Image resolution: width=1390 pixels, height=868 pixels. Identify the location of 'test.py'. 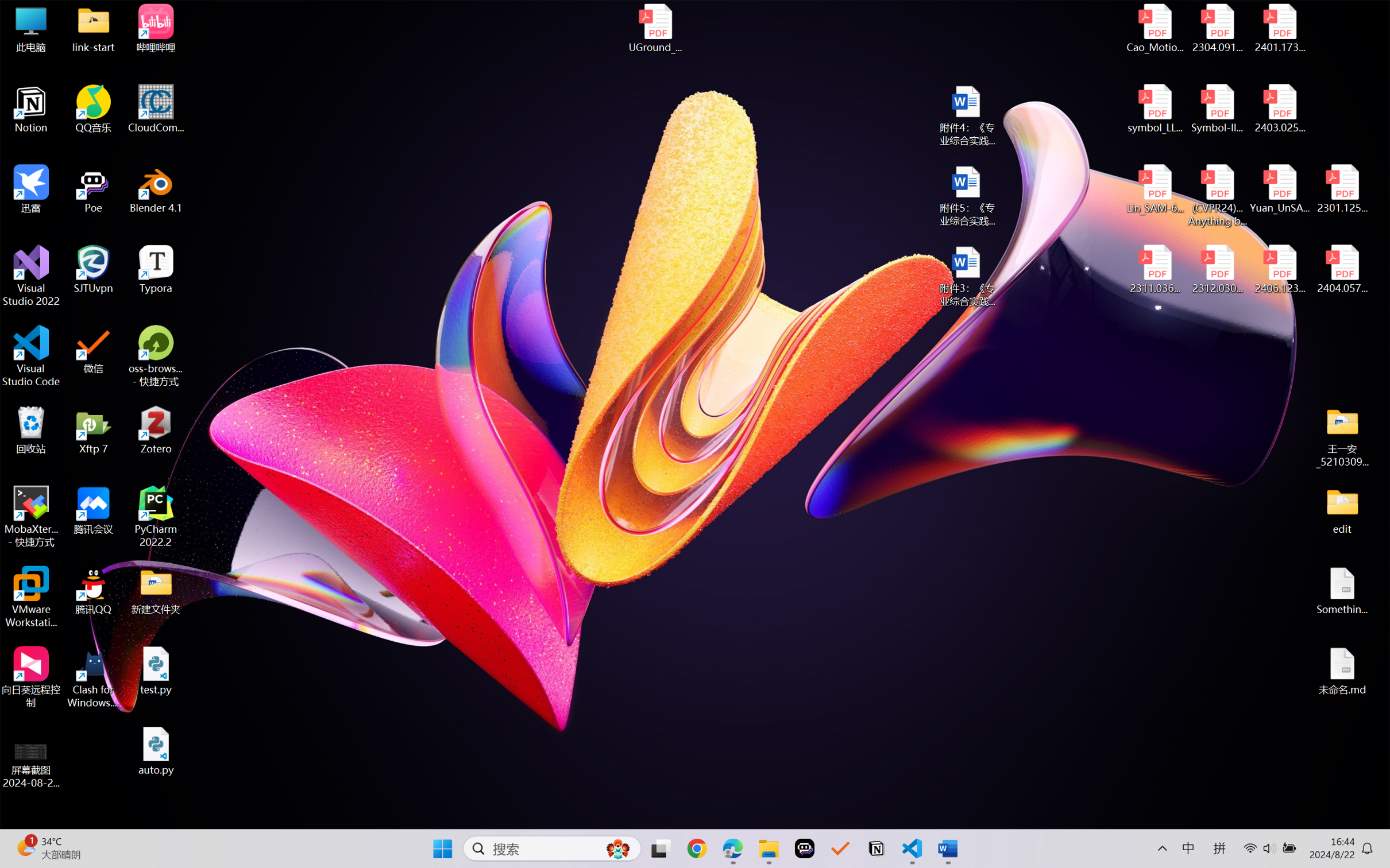
(156, 670).